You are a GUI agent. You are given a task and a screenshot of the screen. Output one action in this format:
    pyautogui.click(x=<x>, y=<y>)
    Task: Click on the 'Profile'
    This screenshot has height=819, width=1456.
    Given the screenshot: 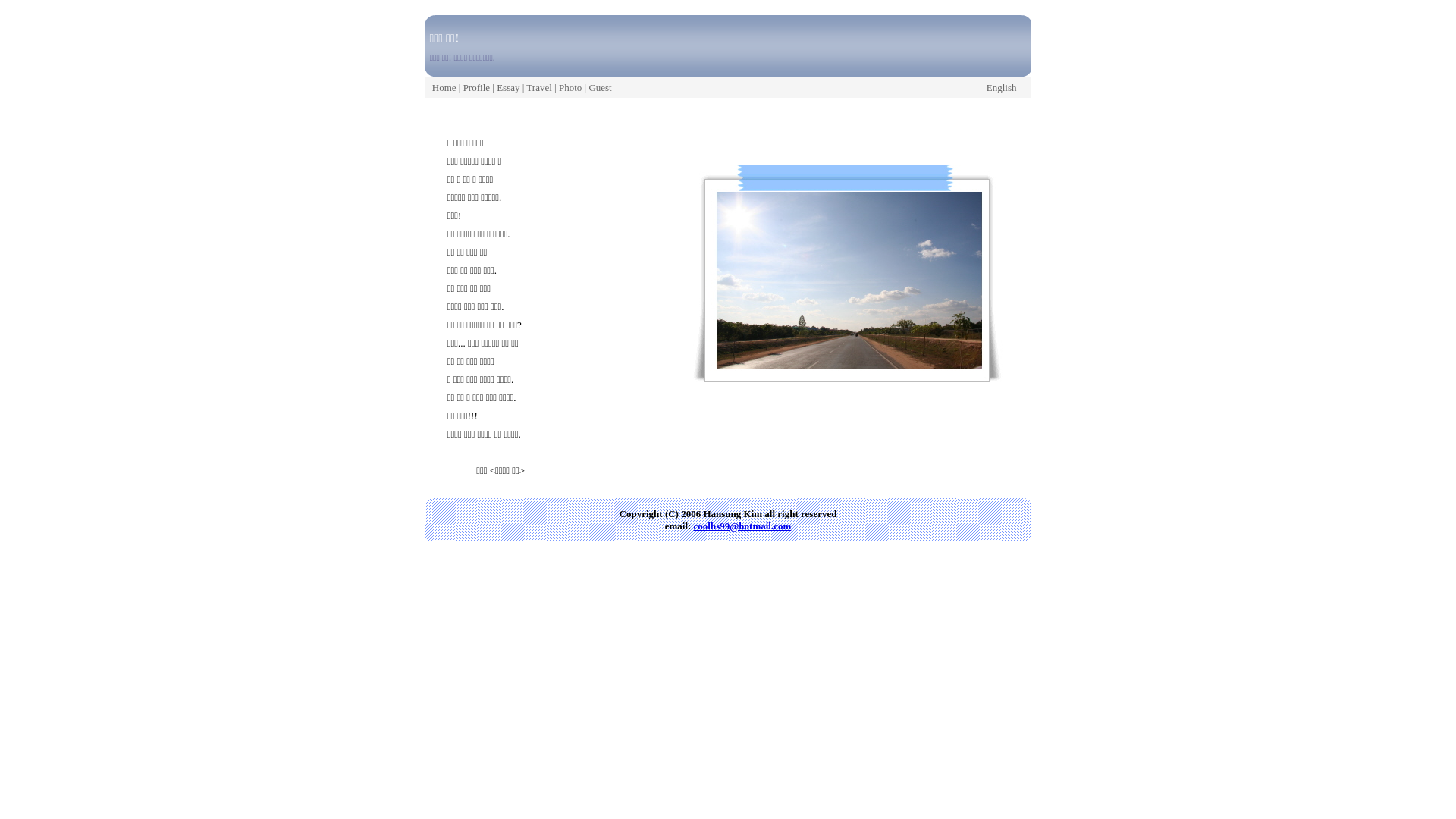 What is the action you would take?
    pyautogui.click(x=462, y=87)
    